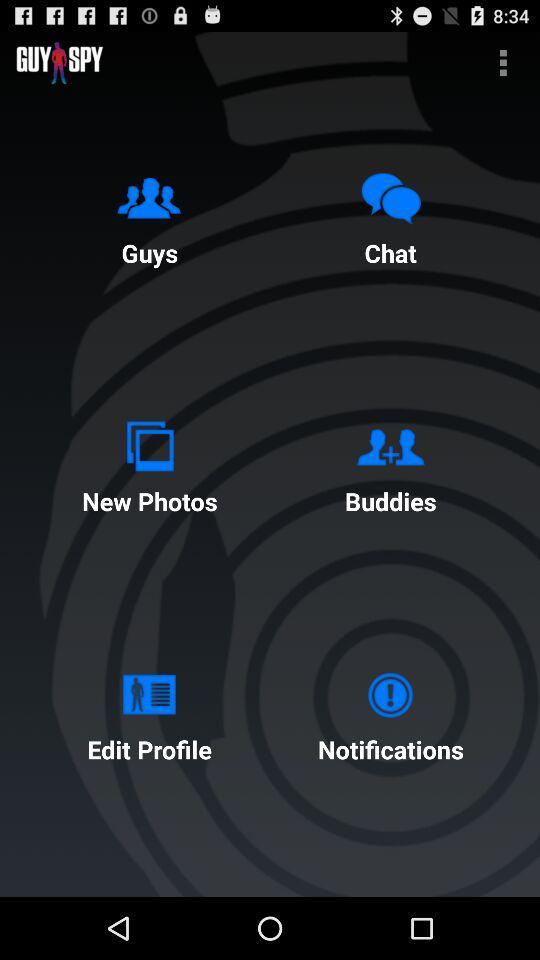  I want to click on item to the left of the buddies item, so click(148, 463).